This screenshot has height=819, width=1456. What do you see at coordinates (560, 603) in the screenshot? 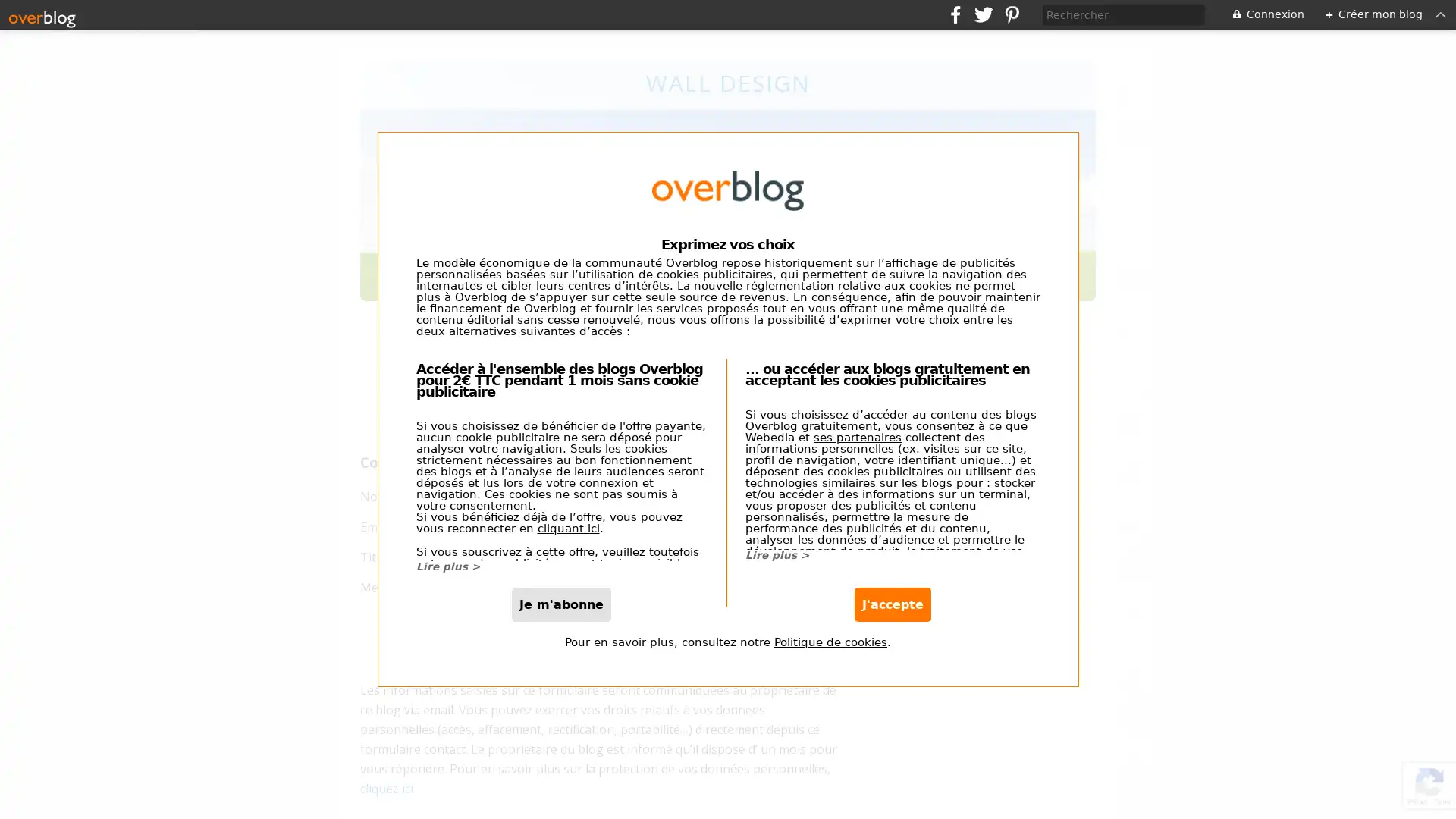
I see `Je m'abonne` at bounding box center [560, 603].